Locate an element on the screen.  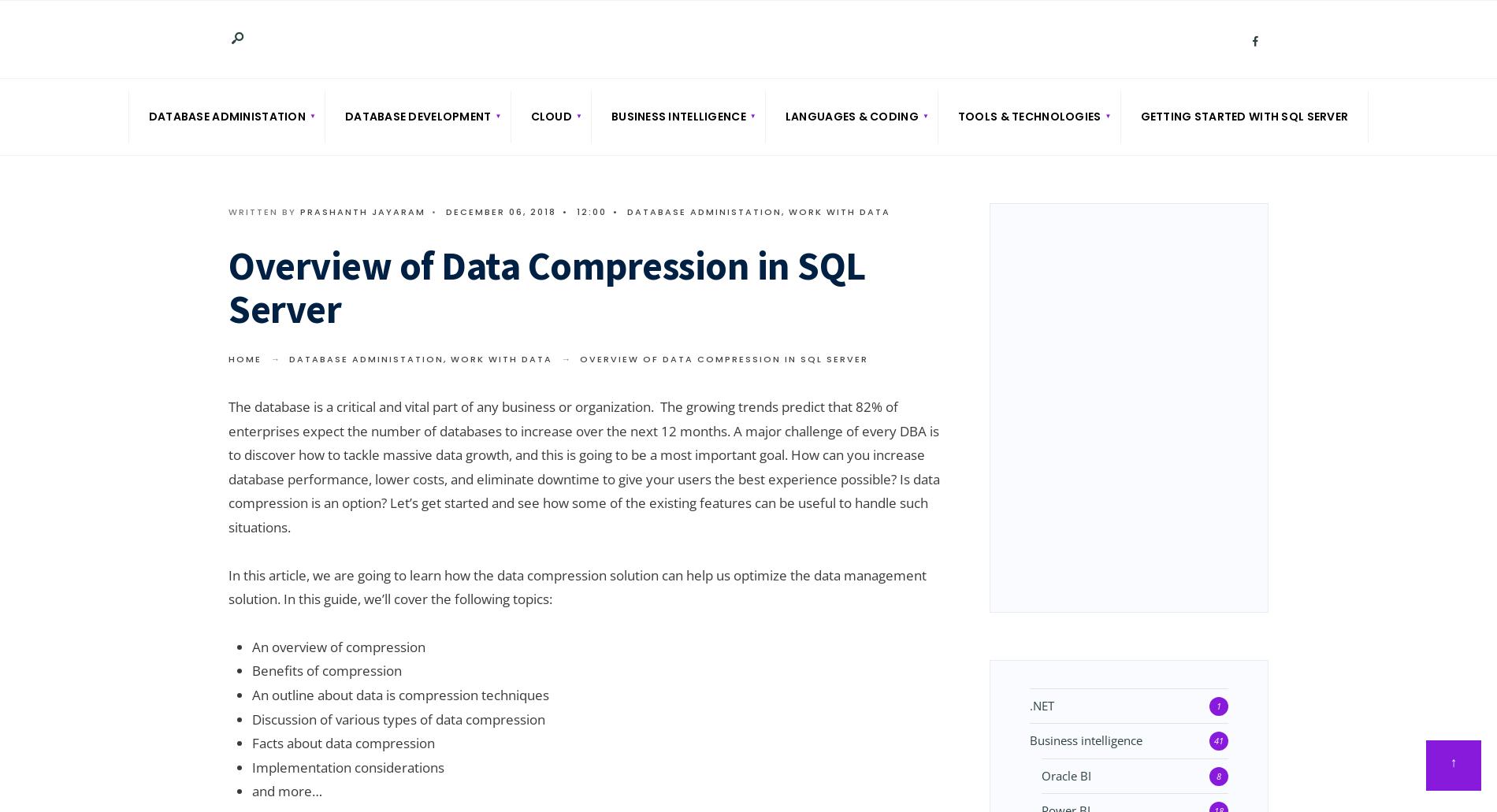
'.NET' is located at coordinates (1041, 705).